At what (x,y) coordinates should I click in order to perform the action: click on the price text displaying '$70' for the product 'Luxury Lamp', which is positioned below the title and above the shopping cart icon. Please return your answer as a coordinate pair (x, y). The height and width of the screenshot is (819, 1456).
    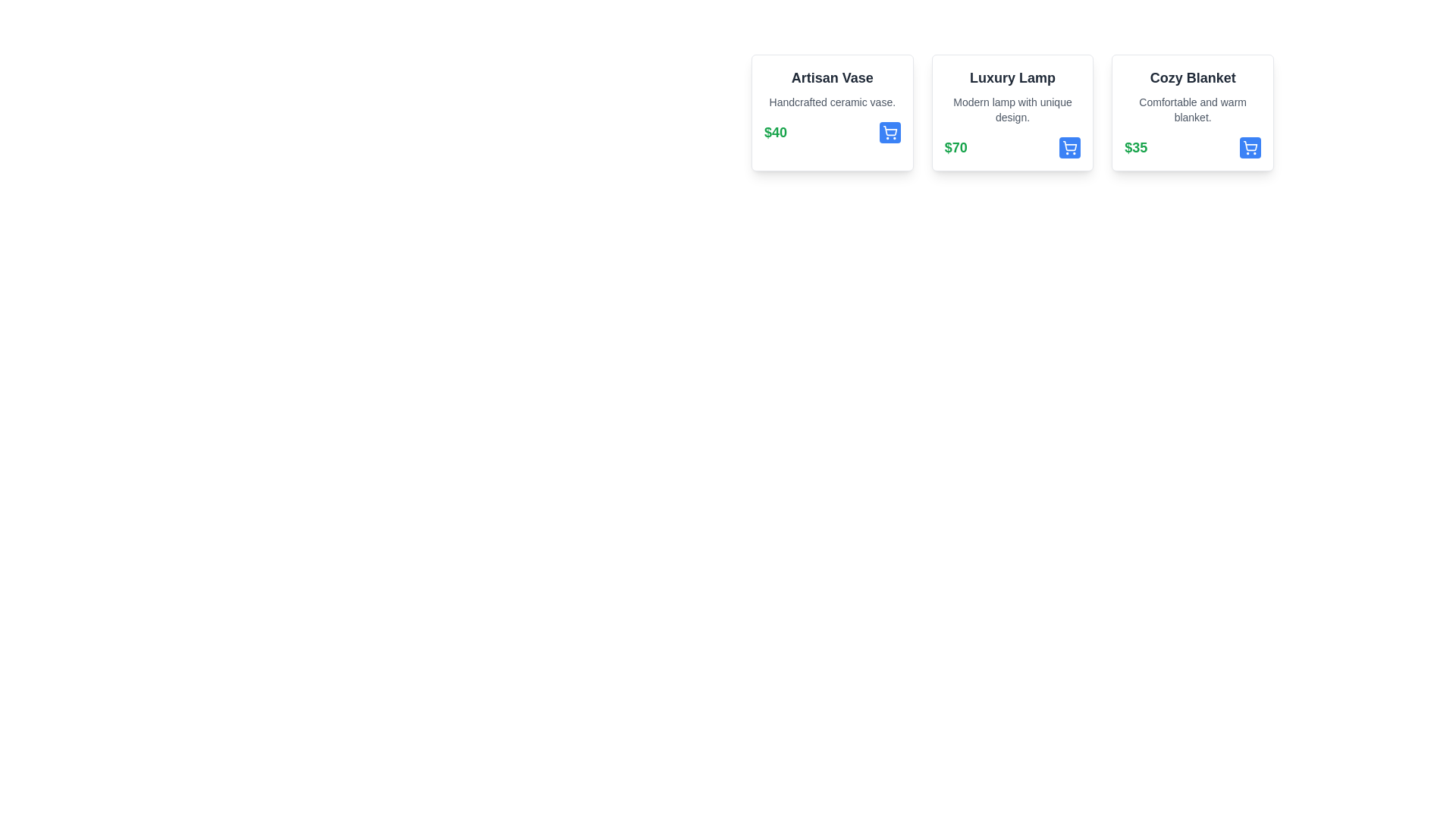
    Looking at the image, I should click on (955, 148).